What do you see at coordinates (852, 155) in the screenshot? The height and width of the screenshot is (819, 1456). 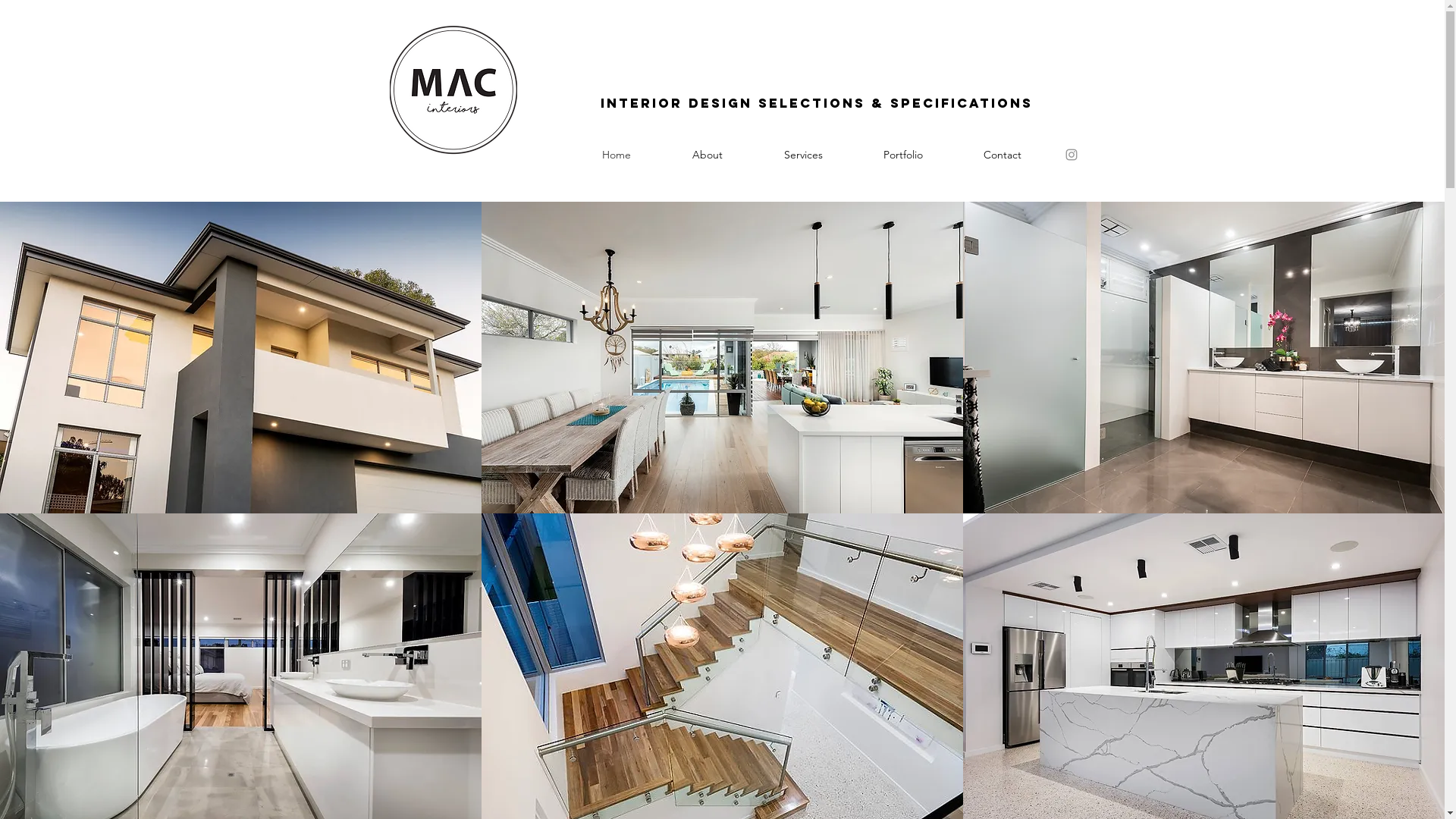 I see `'Portfolio'` at bounding box center [852, 155].